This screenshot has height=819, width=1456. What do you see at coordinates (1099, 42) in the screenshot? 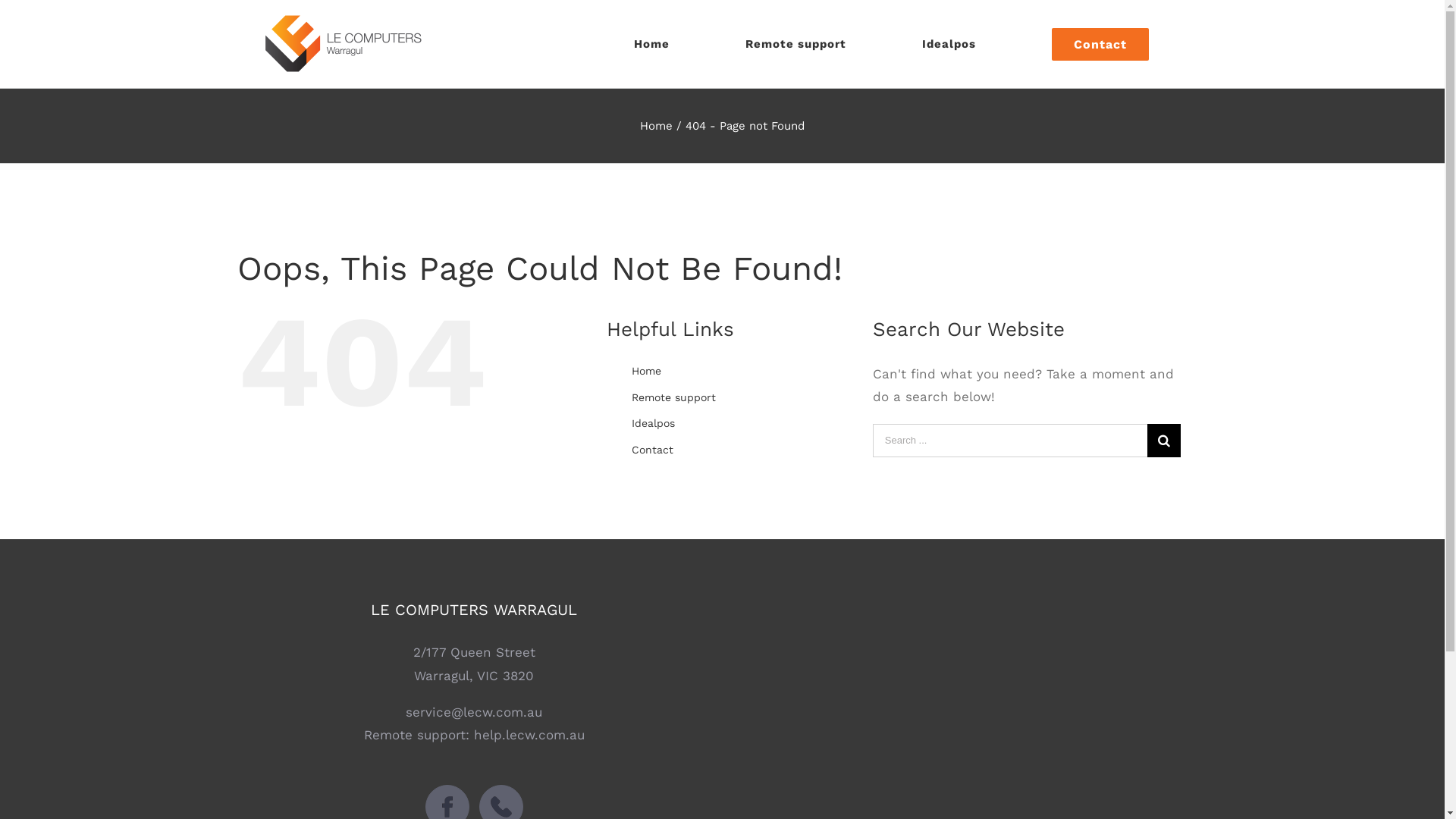
I see `'Contact'` at bounding box center [1099, 42].